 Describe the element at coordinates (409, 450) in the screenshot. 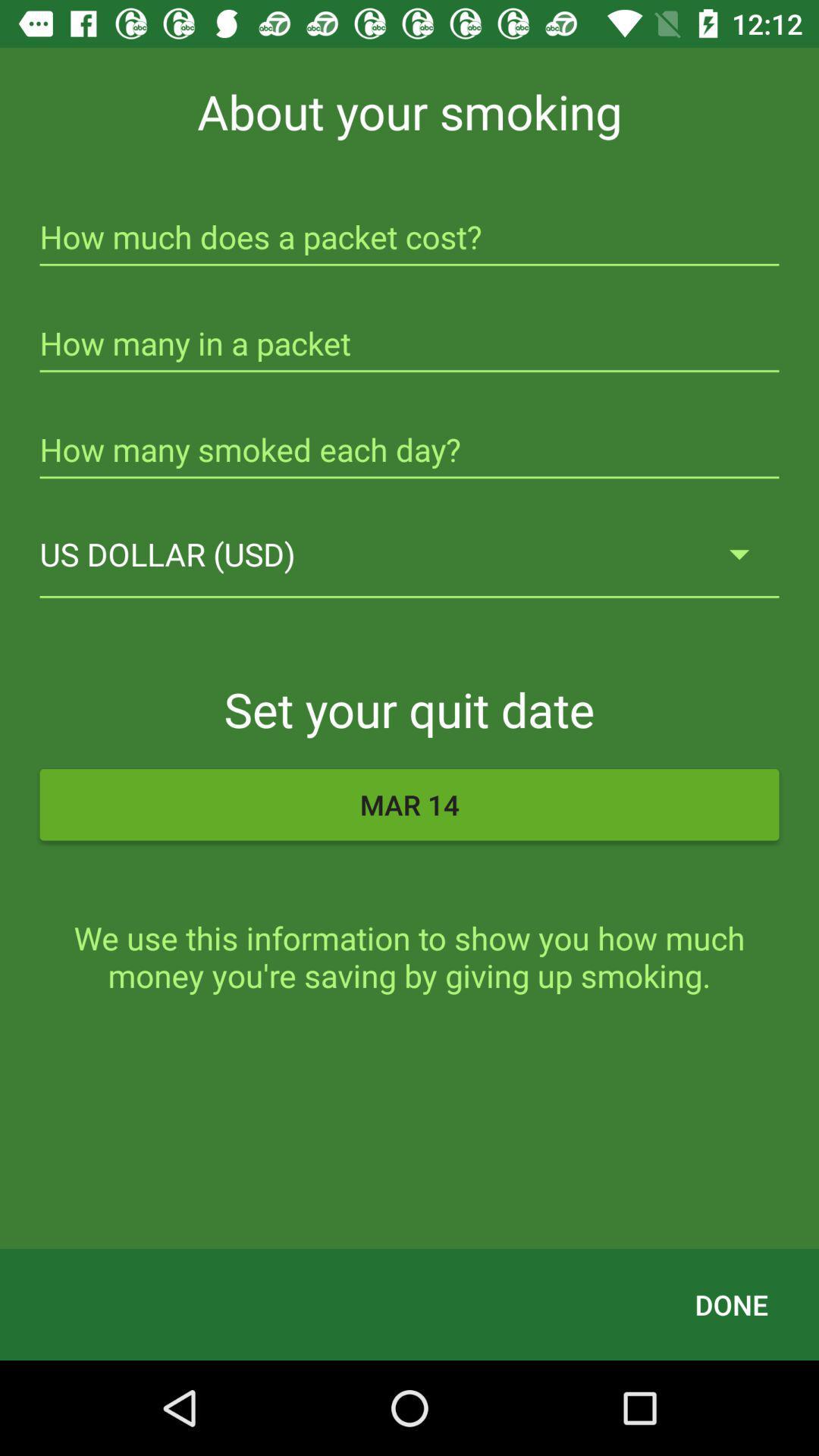

I see `the icon above us dollar (usd) icon` at that location.